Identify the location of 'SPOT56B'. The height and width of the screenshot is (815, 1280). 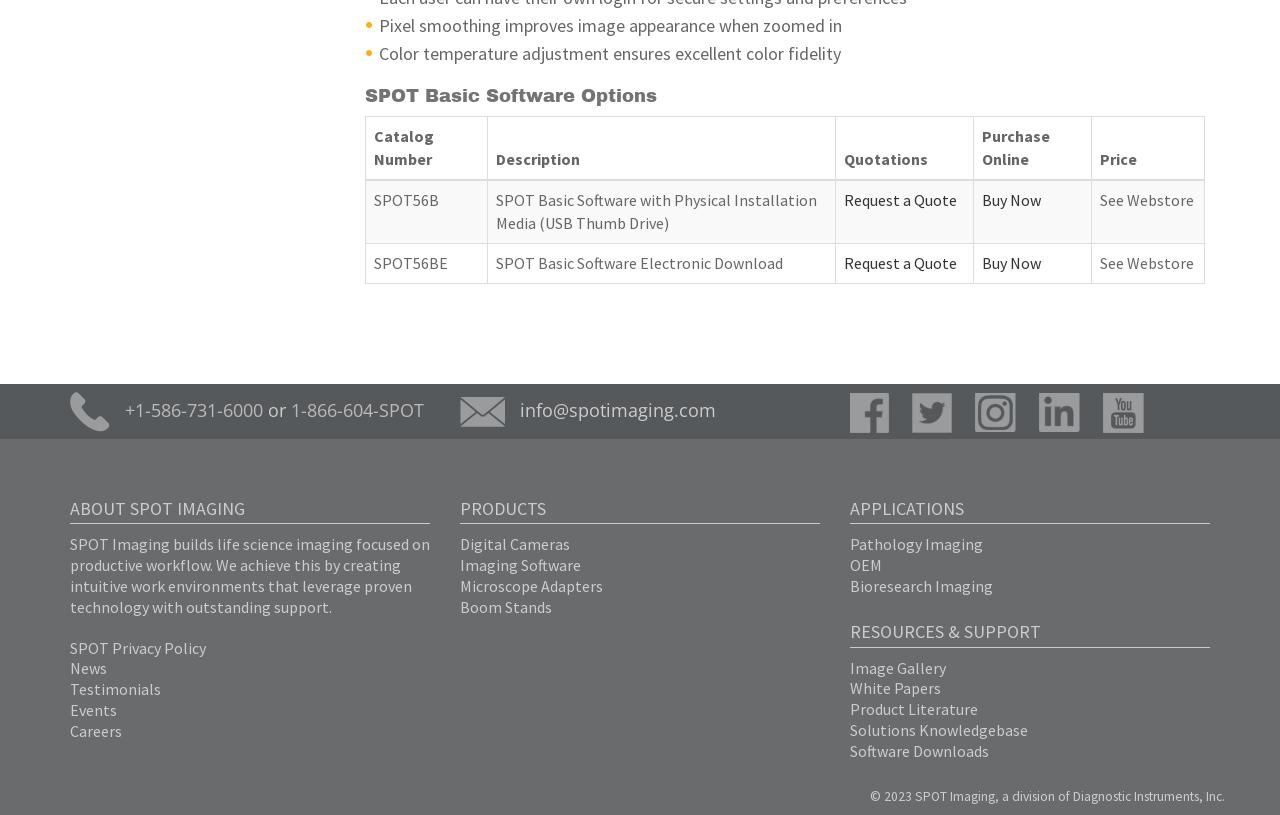
(374, 200).